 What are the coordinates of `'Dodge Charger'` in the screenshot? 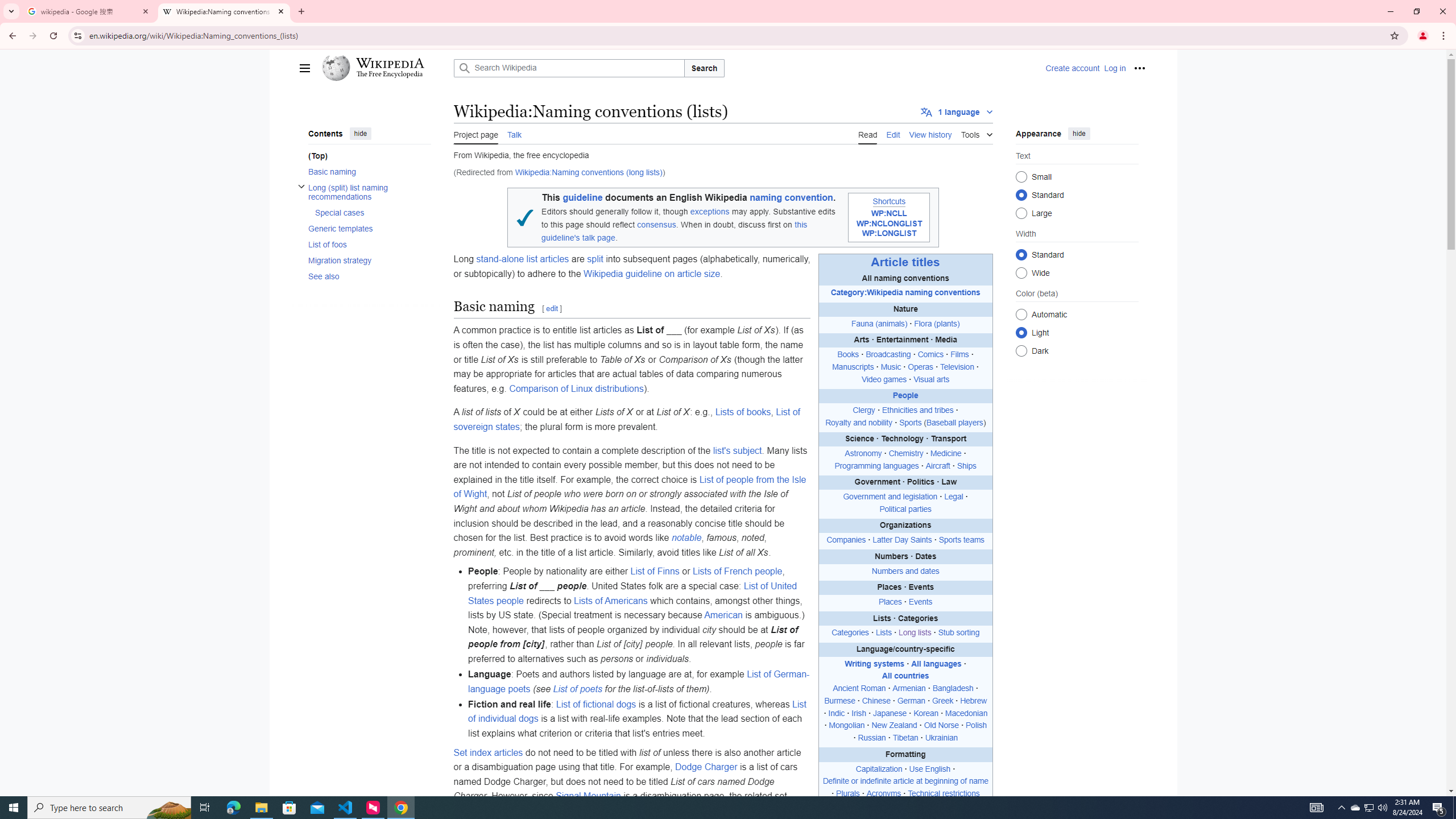 It's located at (706, 767).